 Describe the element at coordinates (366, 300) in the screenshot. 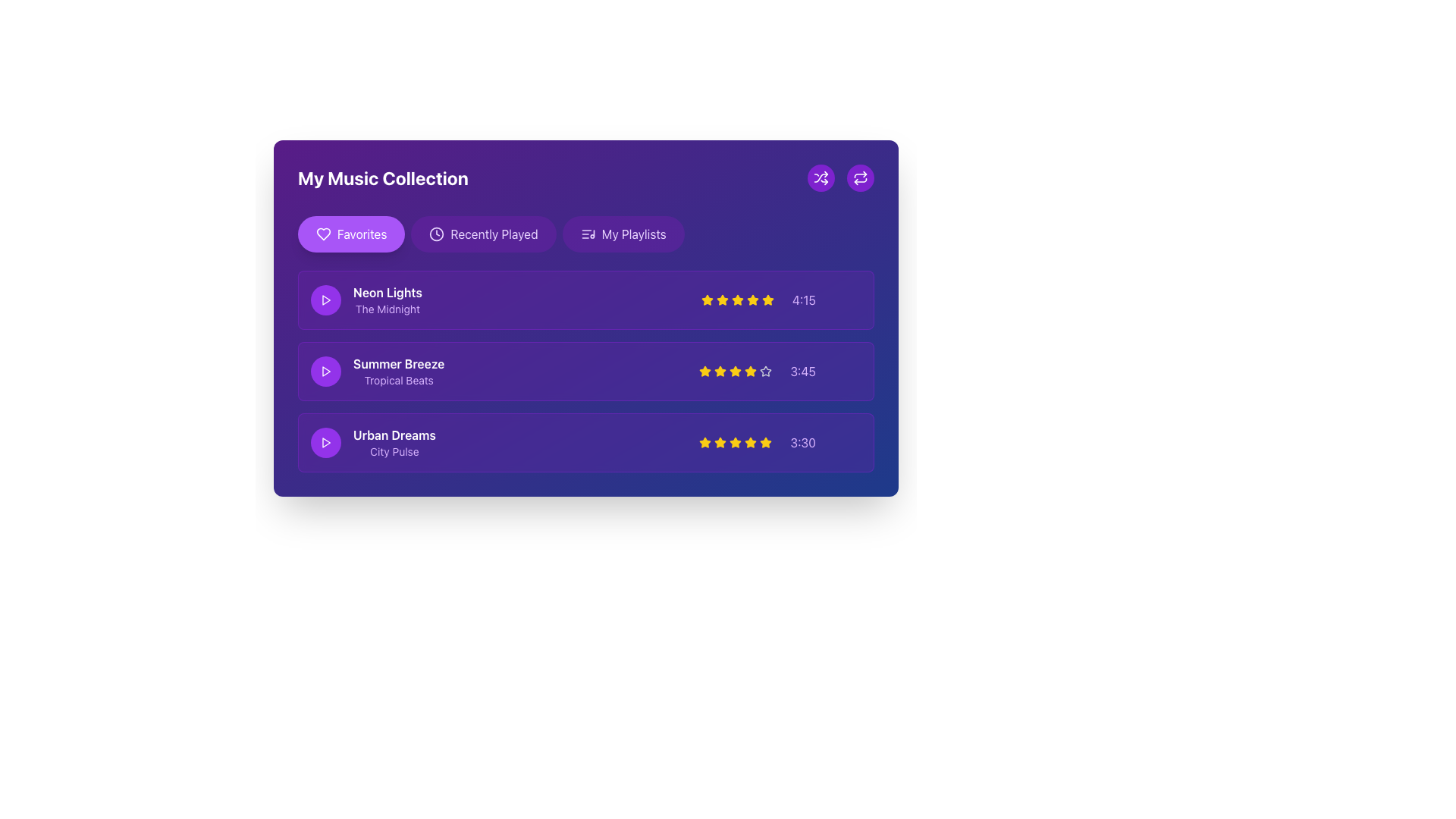

I see `the text of the music track entry that includes the track's title and artist's name in the first row of the playlist under 'My Music Collection'` at that location.